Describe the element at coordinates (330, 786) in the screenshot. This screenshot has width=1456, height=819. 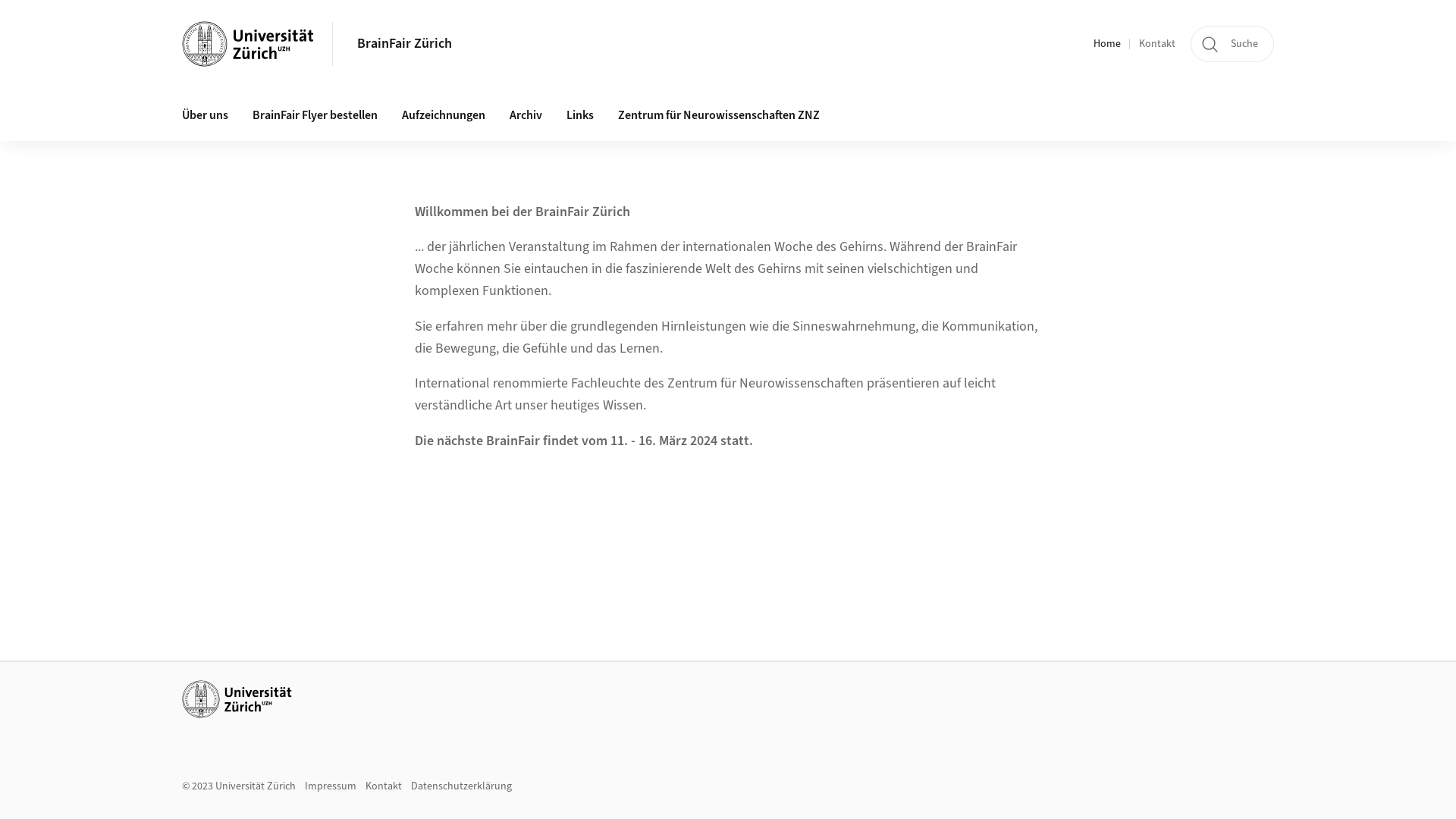
I see `'Impressum'` at that location.